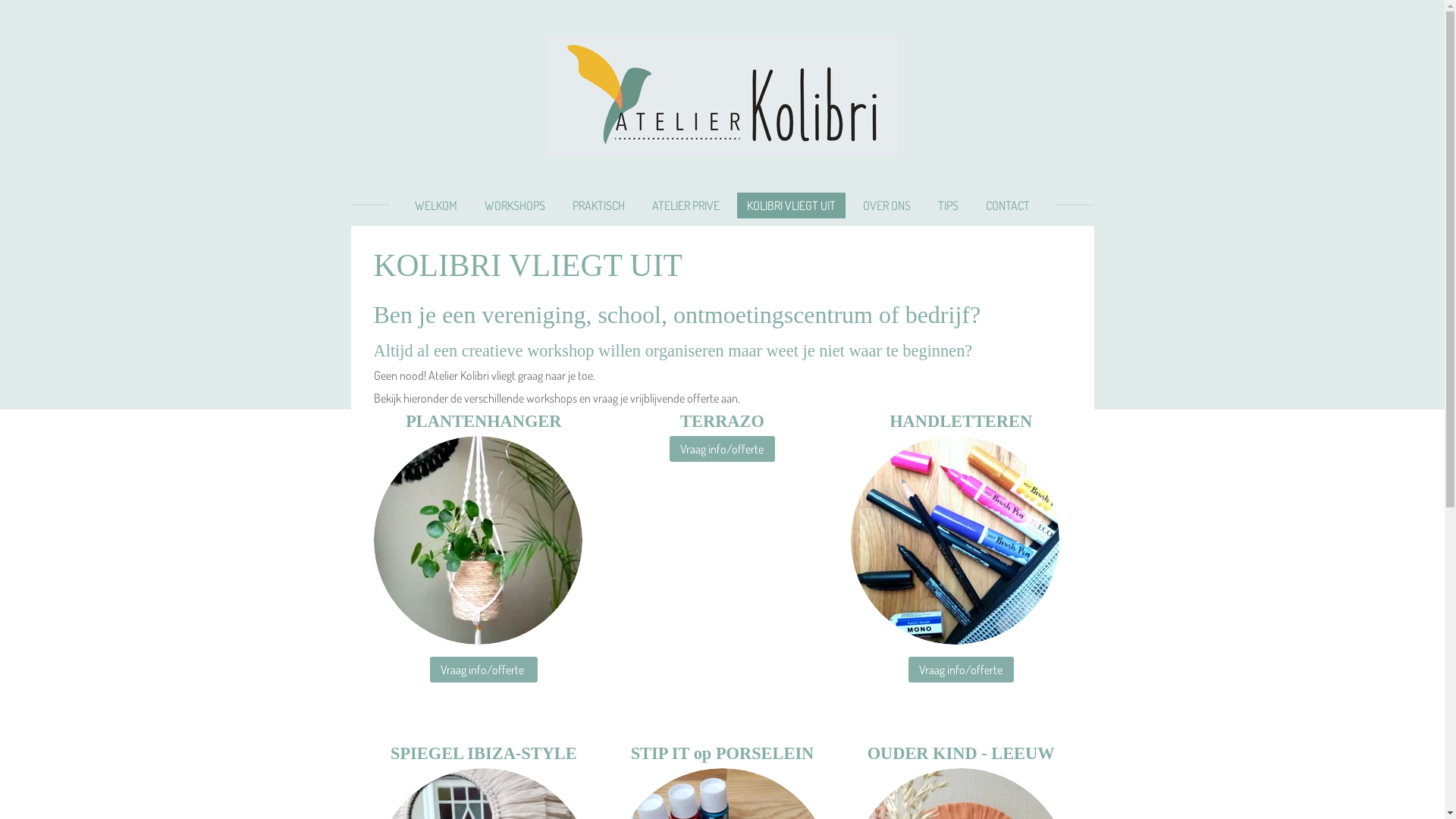 This screenshot has height=819, width=1456. Describe the element at coordinates (514, 205) in the screenshot. I see `'WORKSHOPS'` at that location.